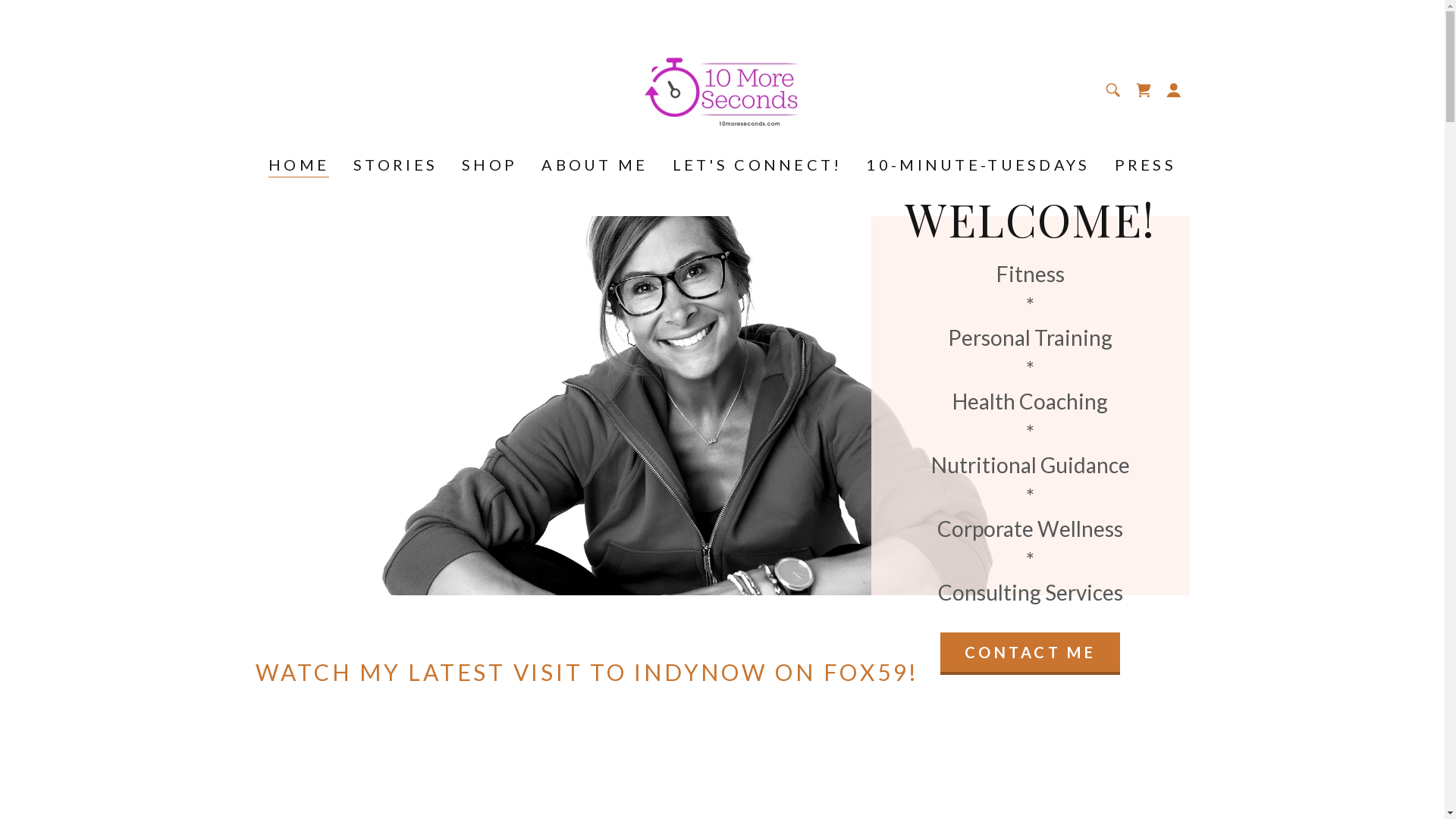 This screenshot has width=1456, height=819. I want to click on 'HOME', so click(298, 166).